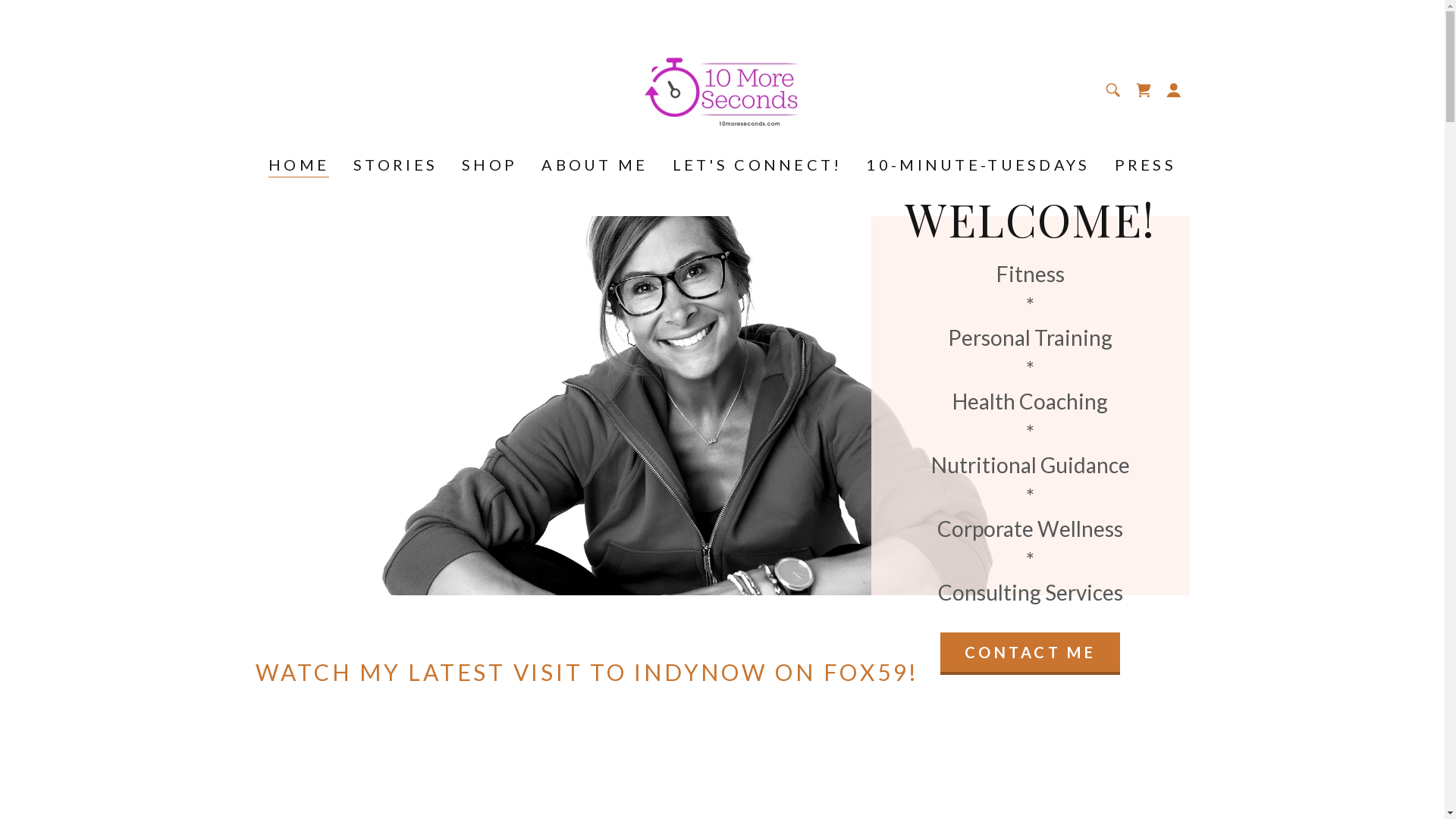 This screenshot has width=1456, height=819. I want to click on 'HOME', so click(298, 166).